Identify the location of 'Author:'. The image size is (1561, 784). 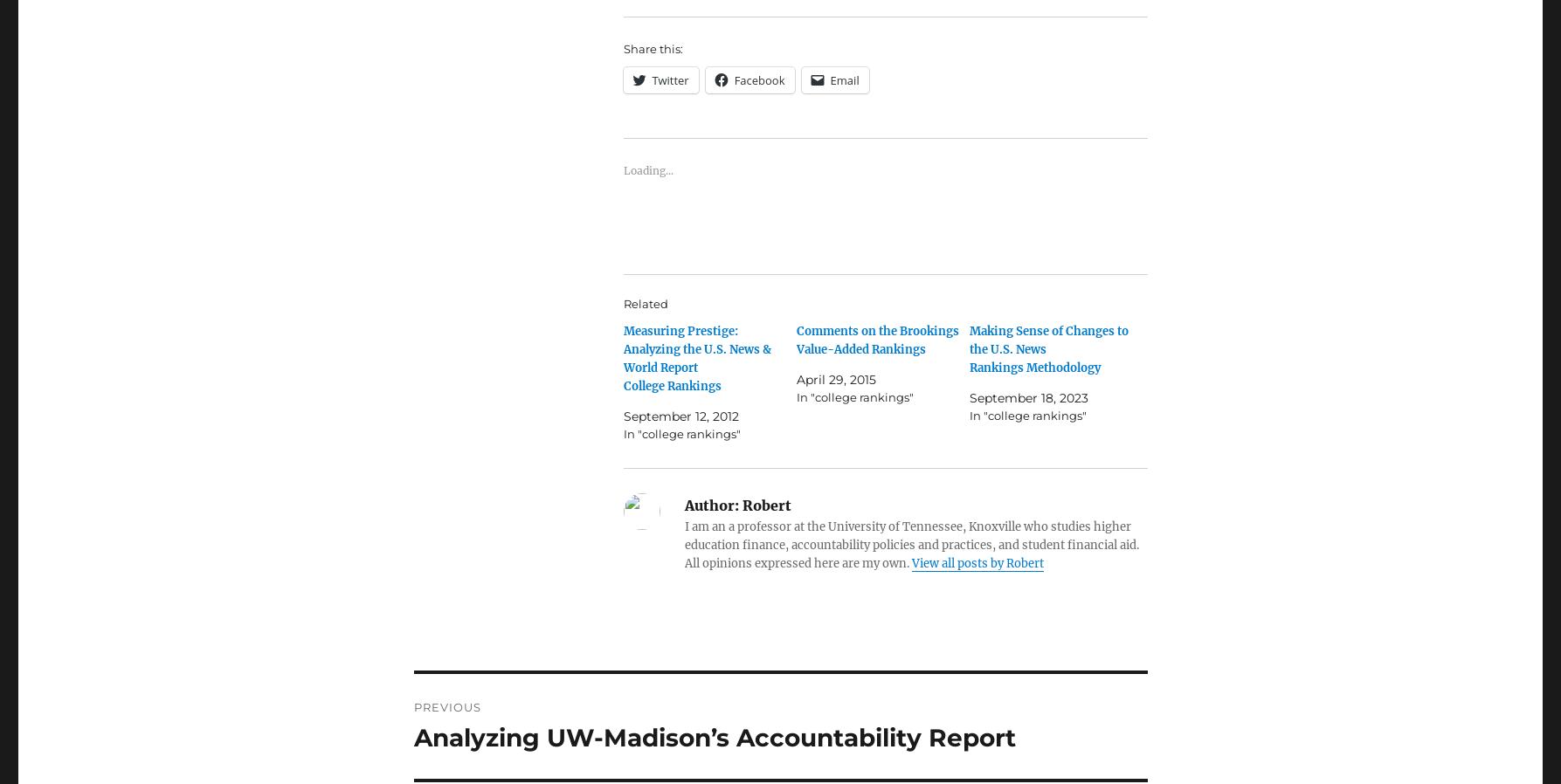
(684, 505).